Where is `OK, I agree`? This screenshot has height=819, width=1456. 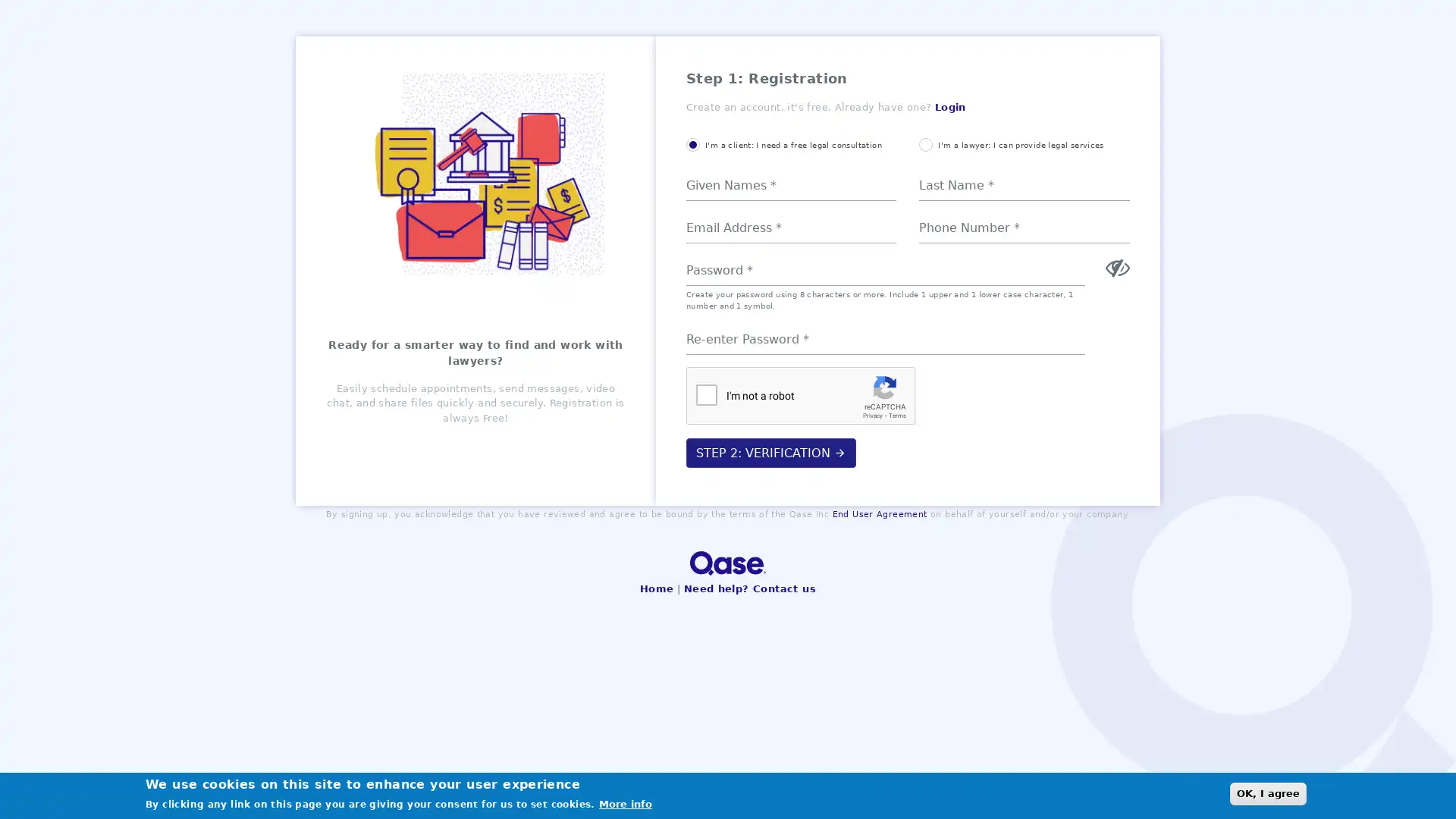
OK, I agree is located at coordinates (1268, 792).